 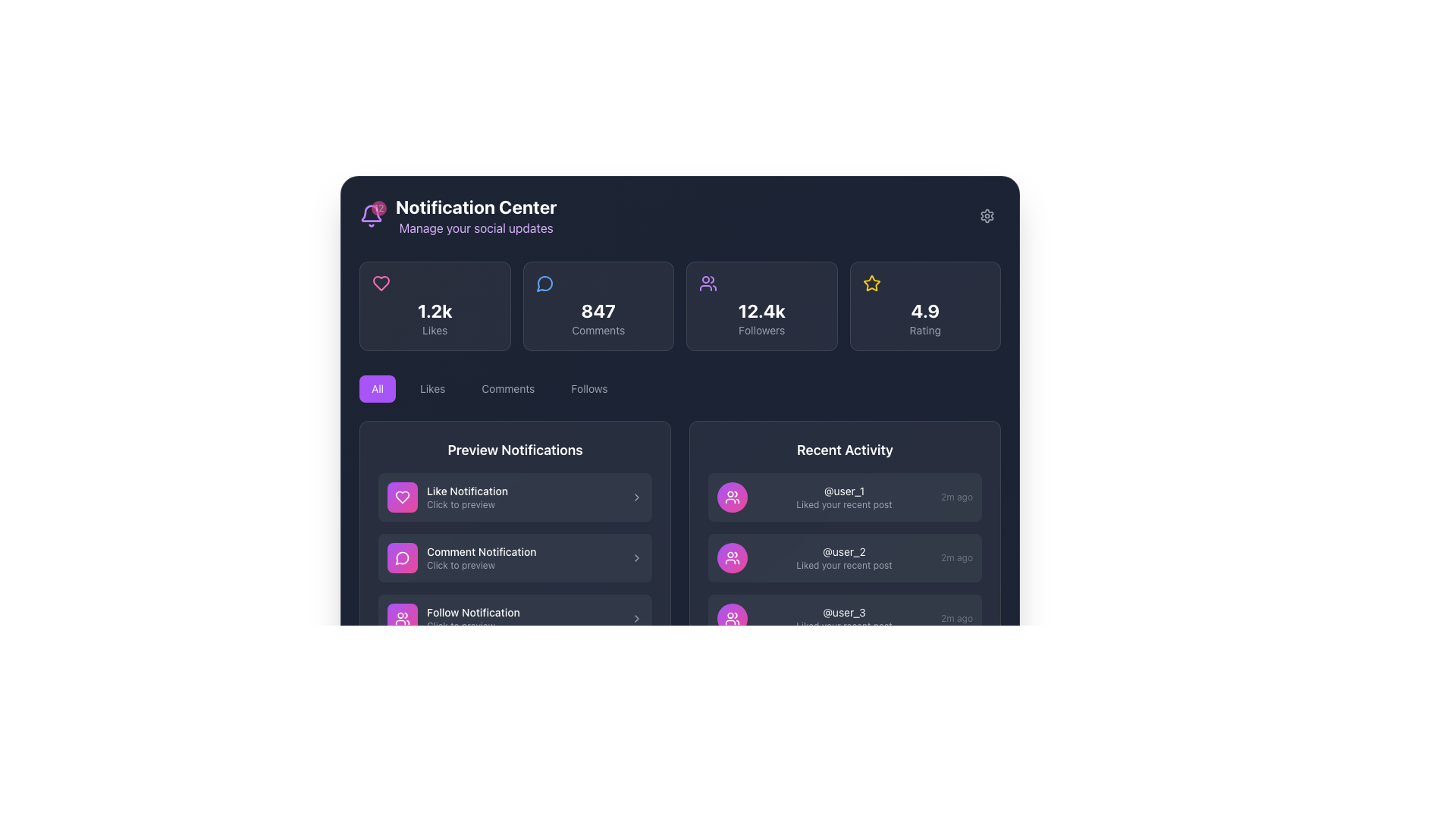 I want to click on the second Clickable notification card titled 'Comment Notification', so click(x=515, y=558).